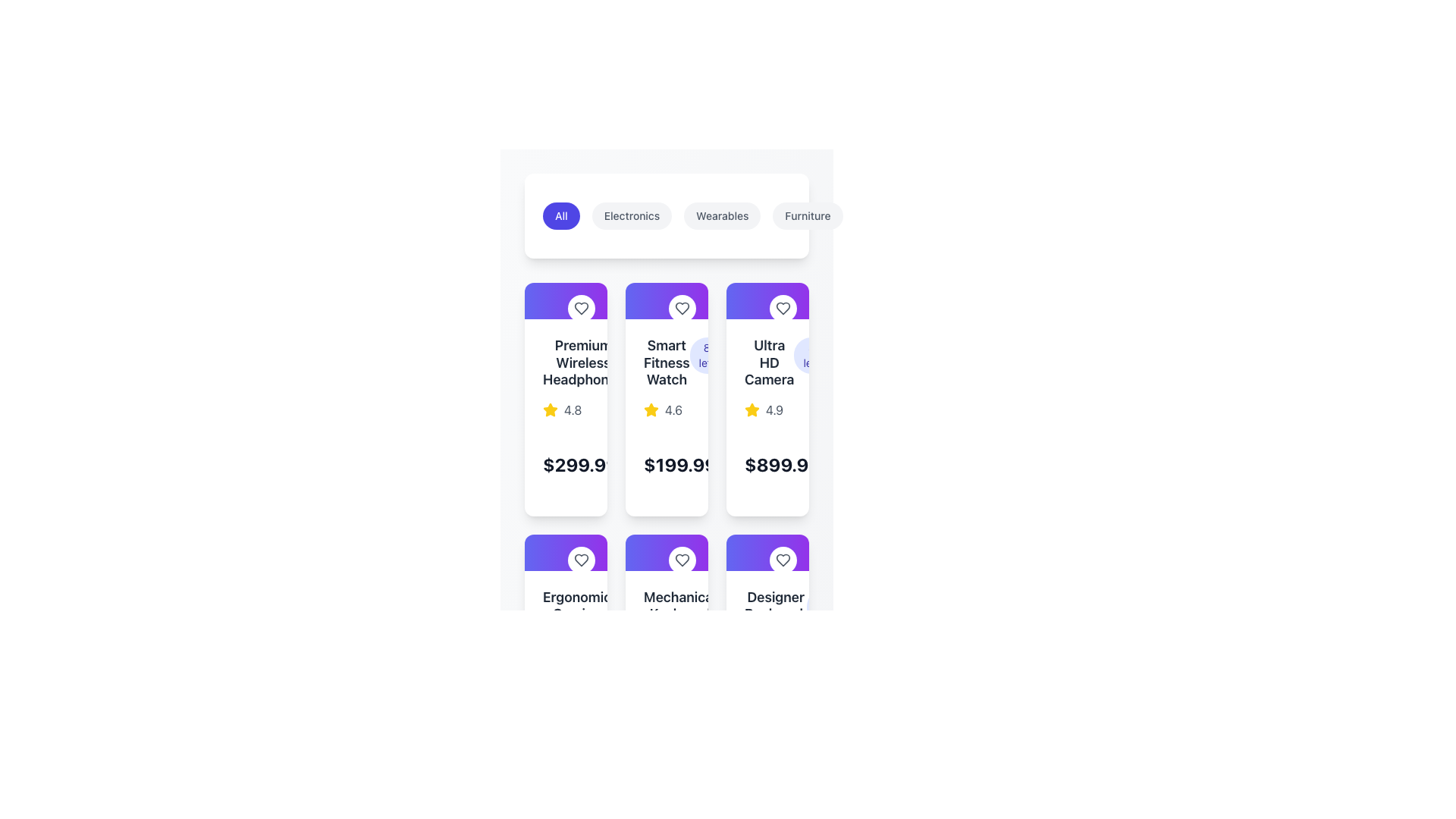  I want to click on the star icon representing a high rating for an item, located to the left of the '4.6' rating text in a grid layout, so click(651, 409).